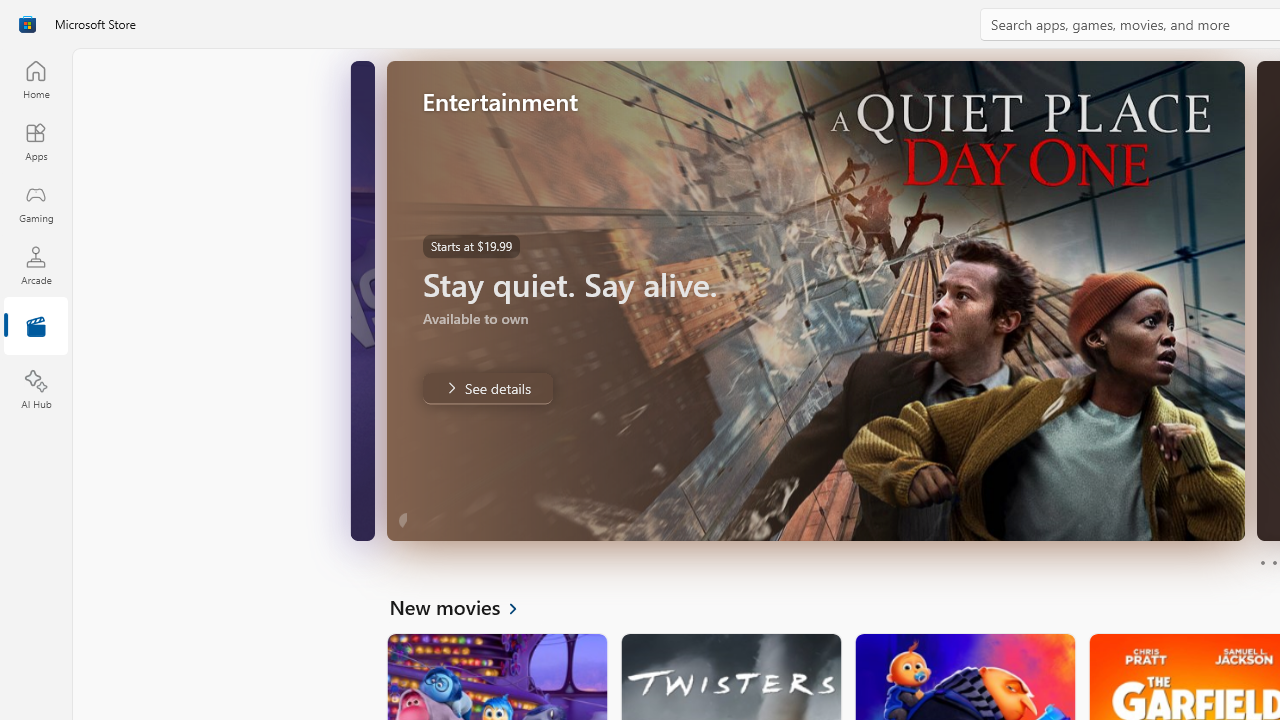  What do you see at coordinates (464, 605) in the screenshot?
I see `'See all  New movies'` at bounding box center [464, 605].